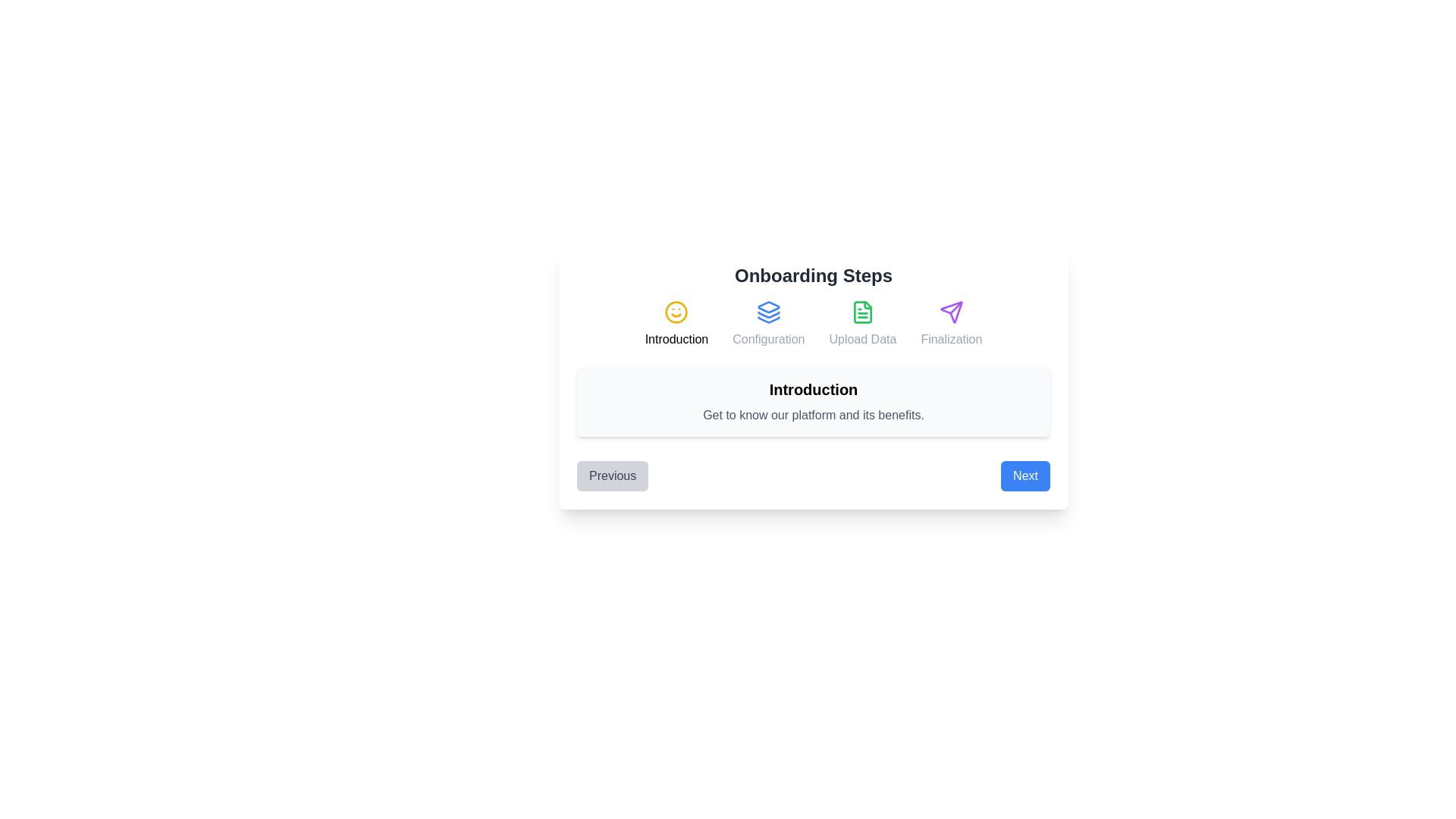 The image size is (1456, 819). Describe the element at coordinates (862, 312) in the screenshot. I see `the green icon resembling a file with text lines inside, associated with the text 'Upload Data', located in the top-center section of the interface` at that location.